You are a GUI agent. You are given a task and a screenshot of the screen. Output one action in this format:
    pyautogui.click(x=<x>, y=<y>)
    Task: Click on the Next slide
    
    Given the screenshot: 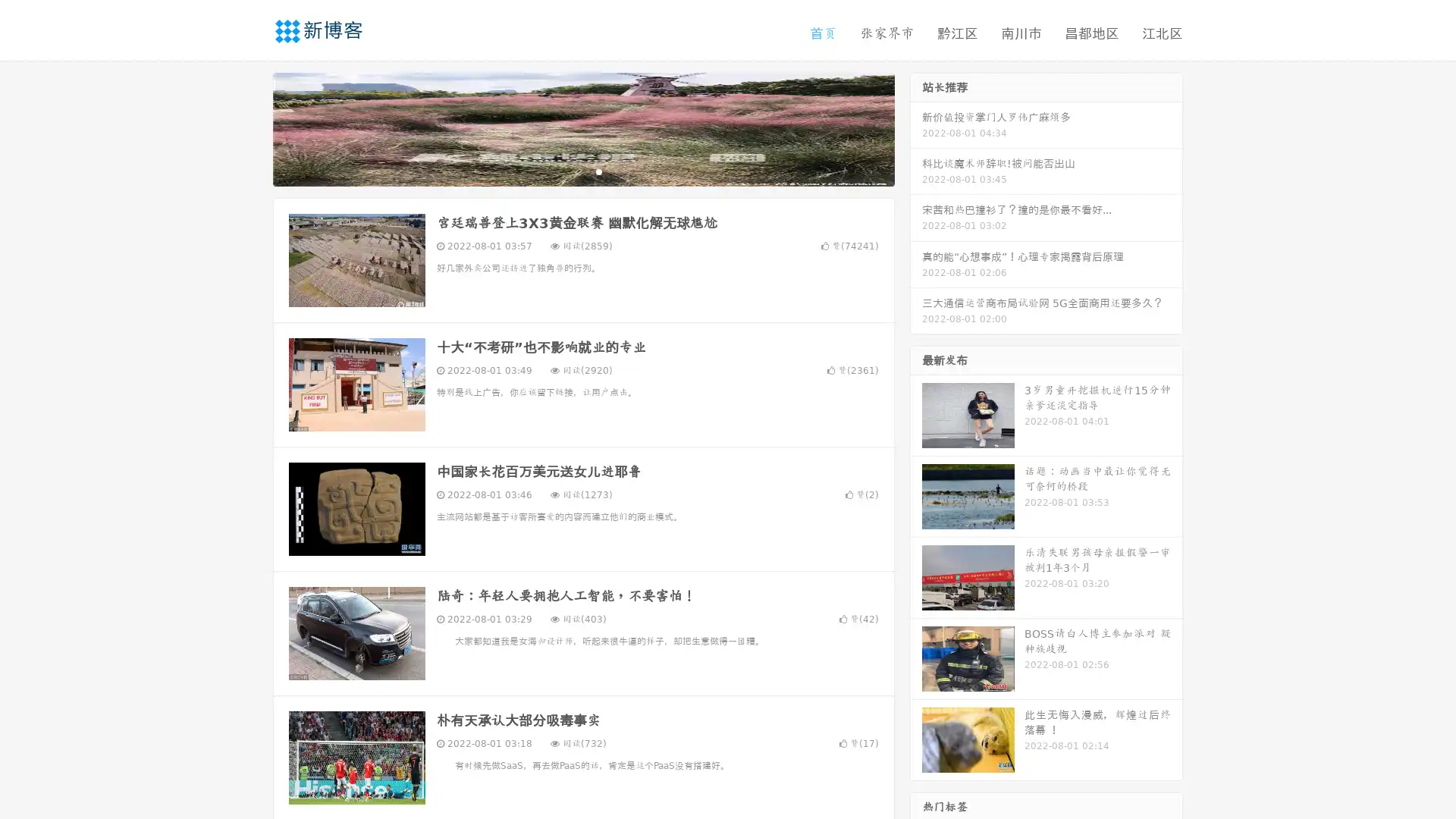 What is the action you would take?
    pyautogui.click(x=916, y=127)
    